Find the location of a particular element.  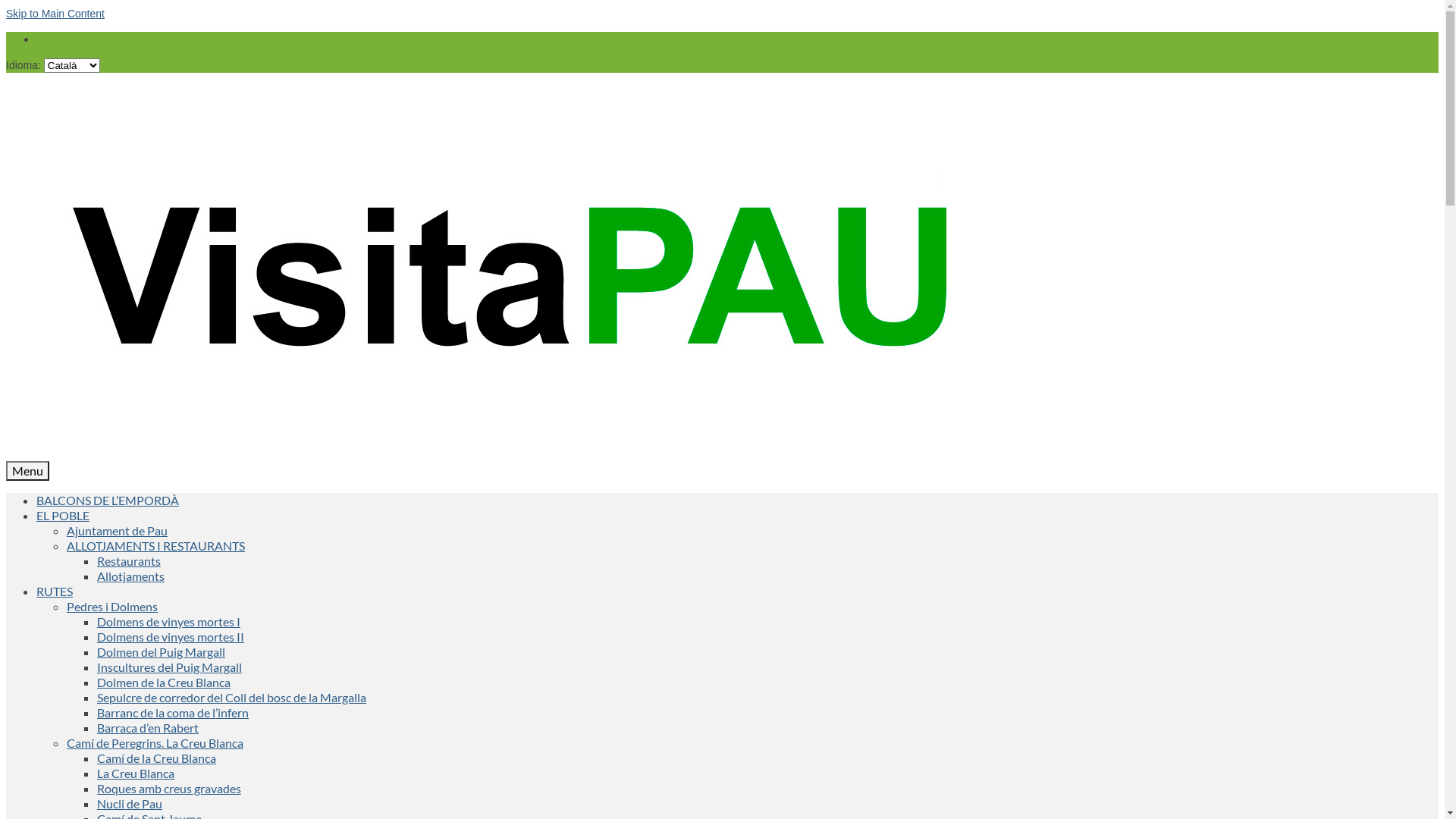

'Dolmen de la Creu Blanca' is located at coordinates (164, 681).